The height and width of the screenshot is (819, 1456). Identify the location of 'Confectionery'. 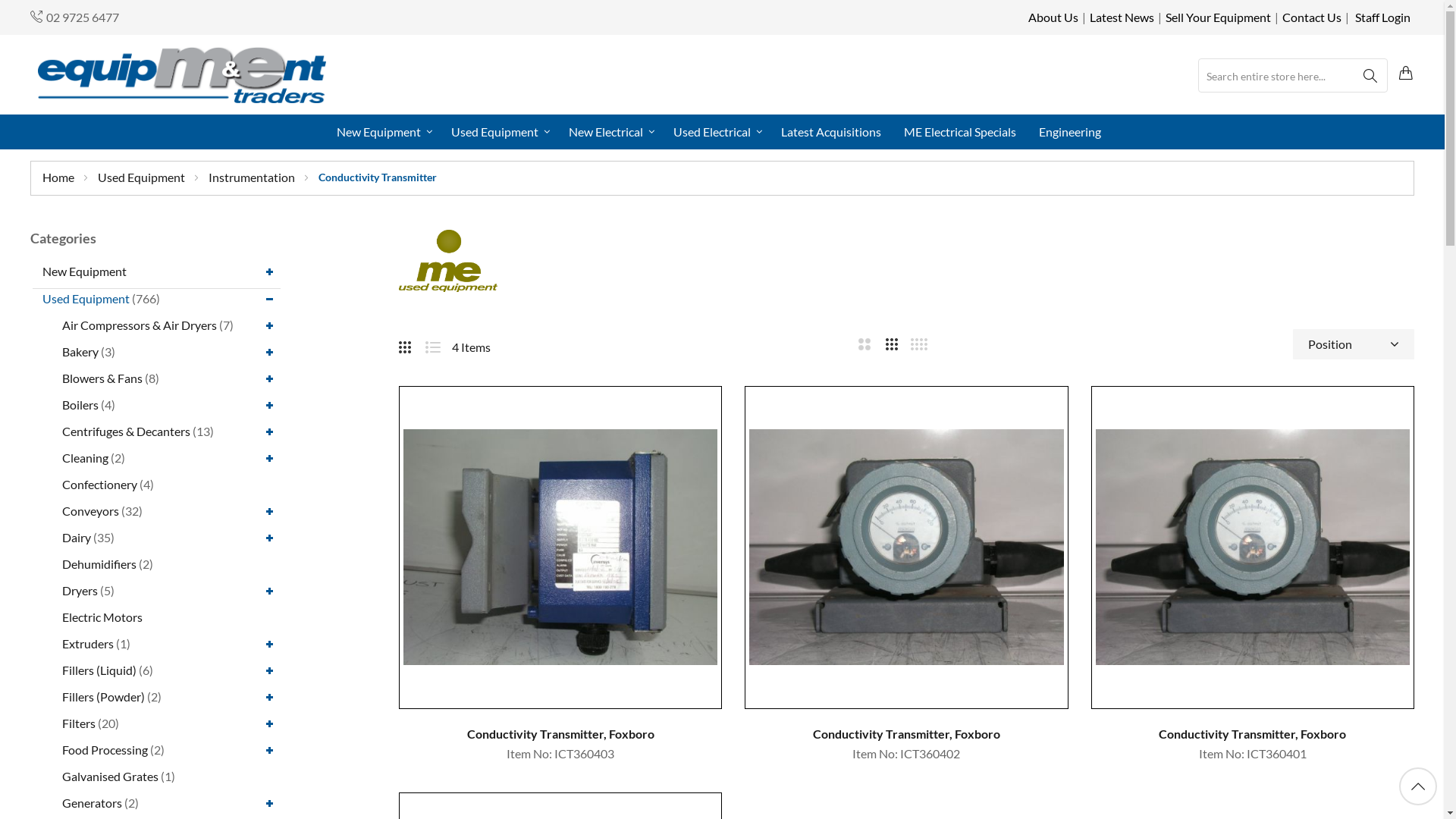
(99, 483).